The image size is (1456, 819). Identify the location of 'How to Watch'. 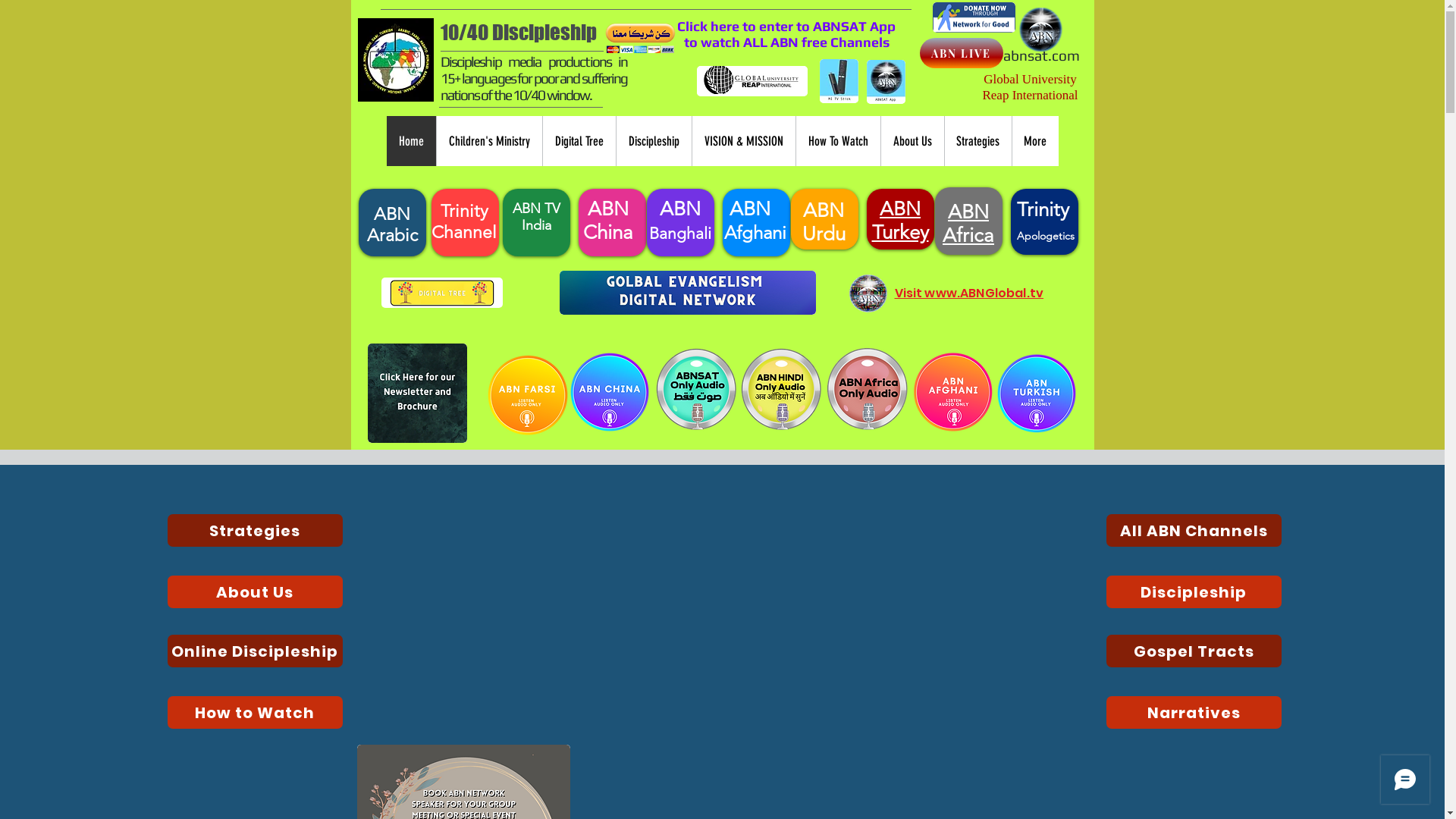
(167, 712).